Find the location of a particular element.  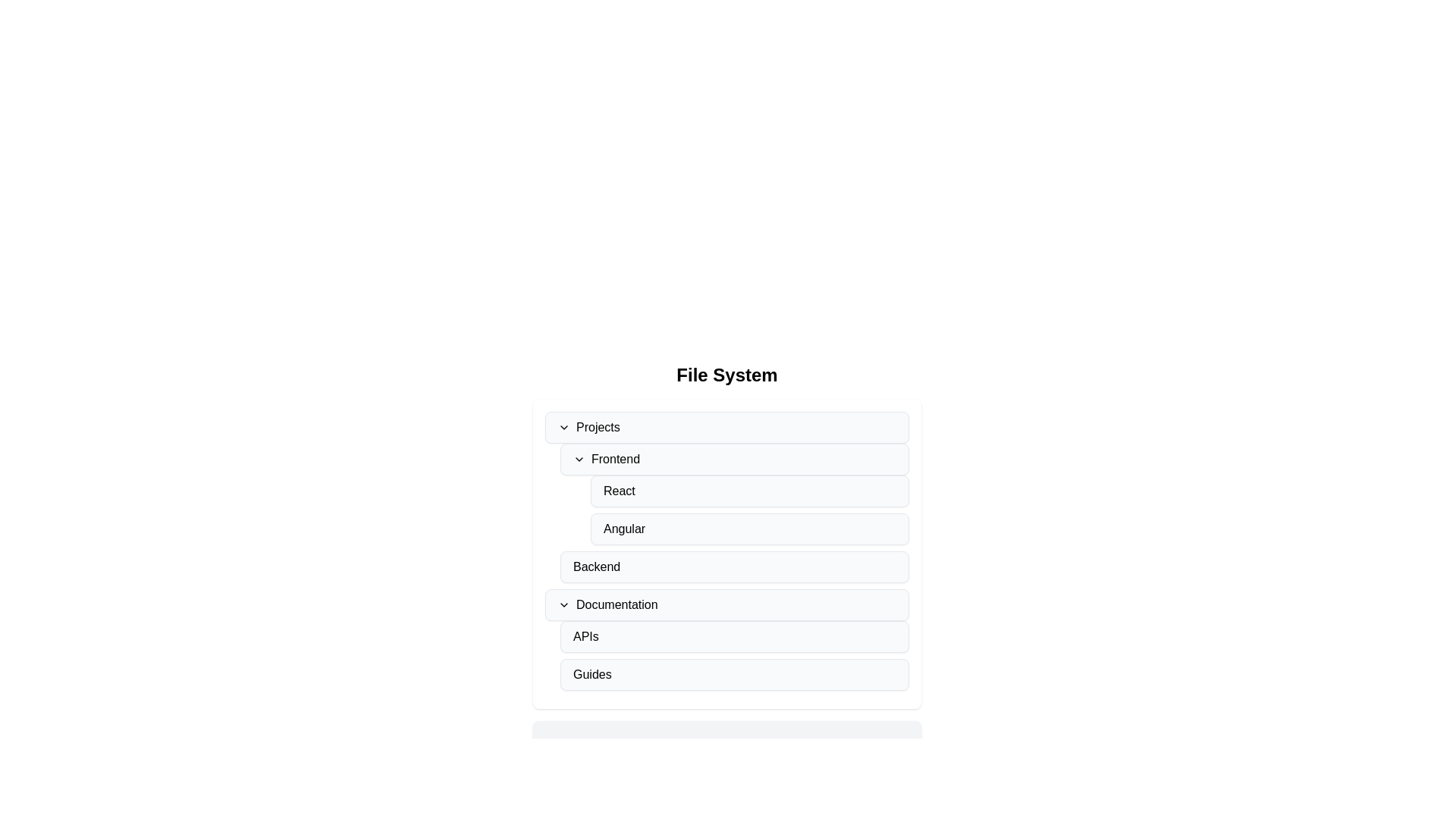

the 'Frontend' text label, which is a sub-item under the 'Projects' category in a hierarchical tree structure is located at coordinates (615, 458).